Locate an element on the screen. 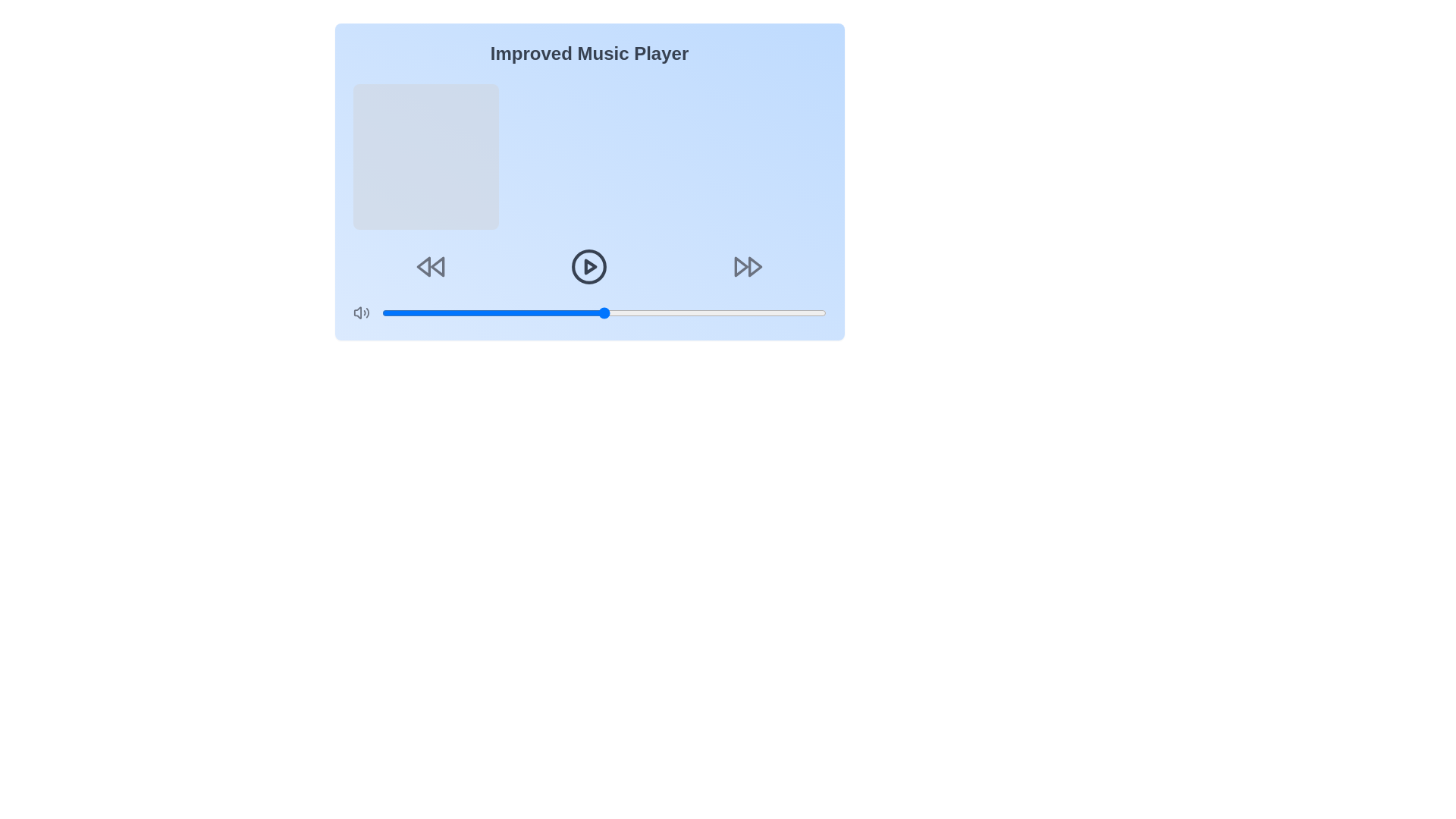  the volume is located at coordinates (789, 312).